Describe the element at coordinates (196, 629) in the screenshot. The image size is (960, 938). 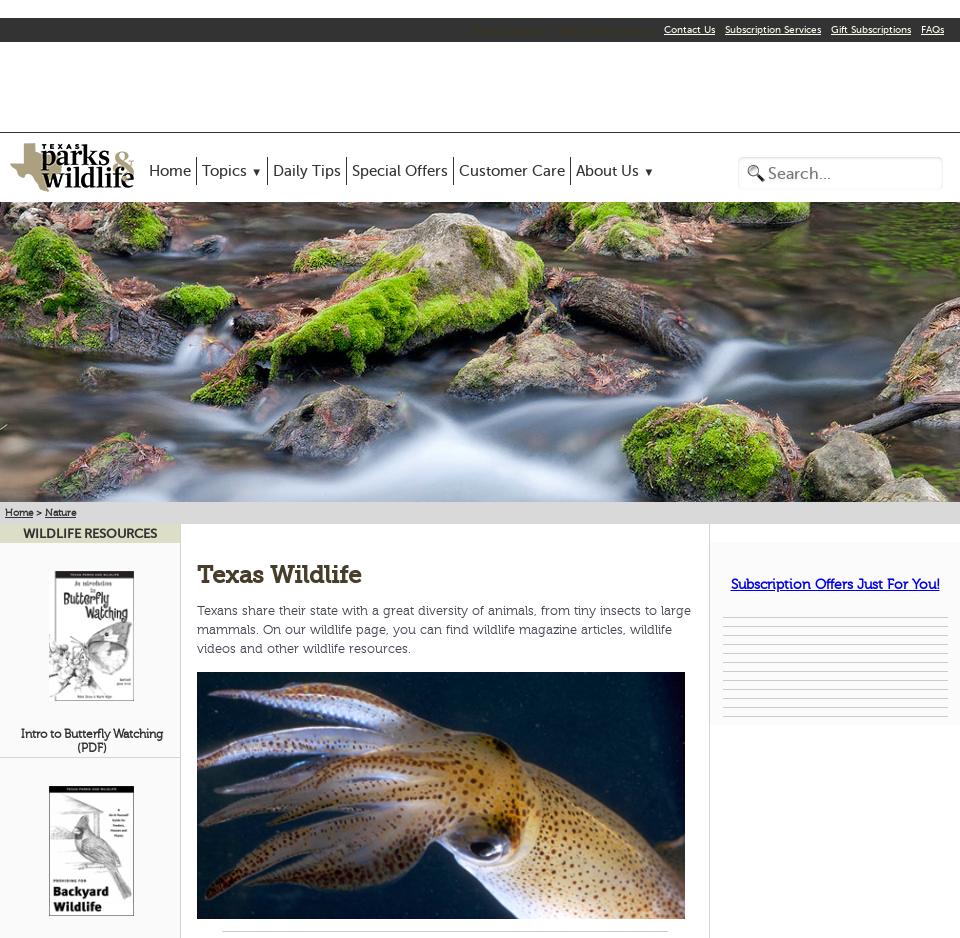
I see `'Texans share their state with a great diversity of animals, from tiny insects to large mammals. On our wildlife page, you can find wildlife magazine articles, wildlife videos and other wildlife resources.'` at that location.